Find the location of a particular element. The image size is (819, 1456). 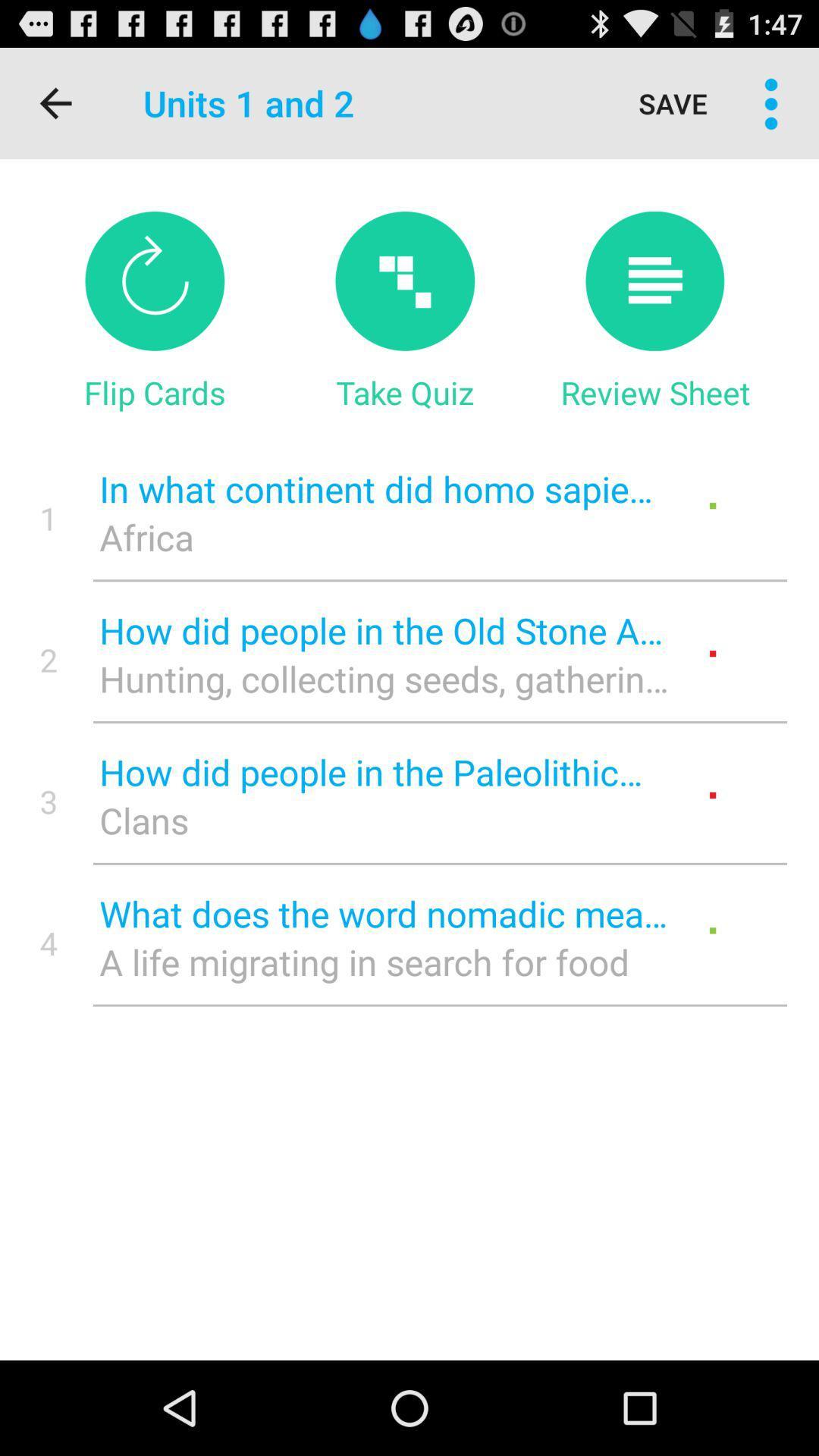

review sheet is located at coordinates (654, 281).